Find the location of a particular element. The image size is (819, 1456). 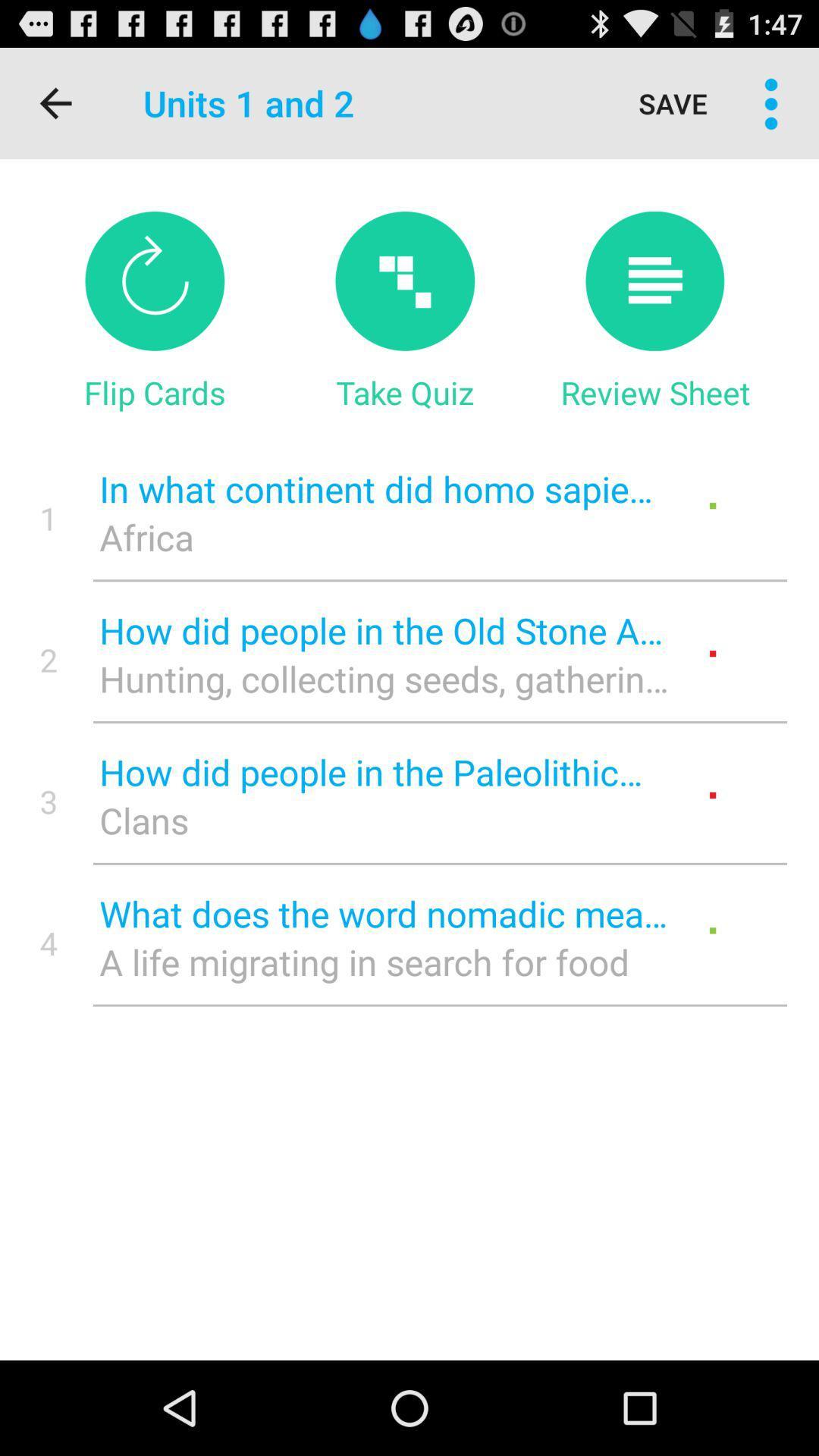

review sheet is located at coordinates (654, 281).